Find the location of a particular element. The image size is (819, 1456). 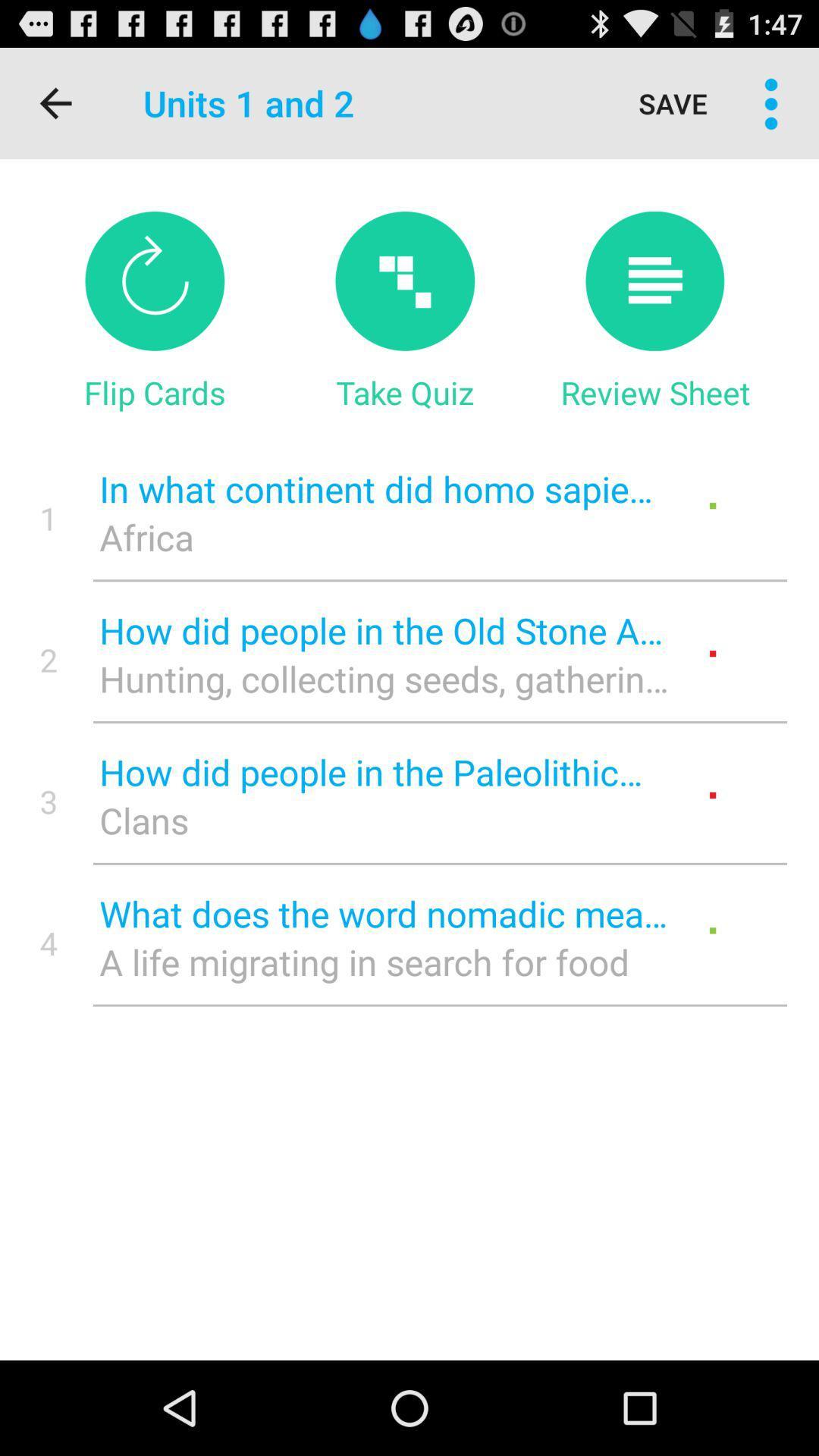

review sheet is located at coordinates (654, 281).